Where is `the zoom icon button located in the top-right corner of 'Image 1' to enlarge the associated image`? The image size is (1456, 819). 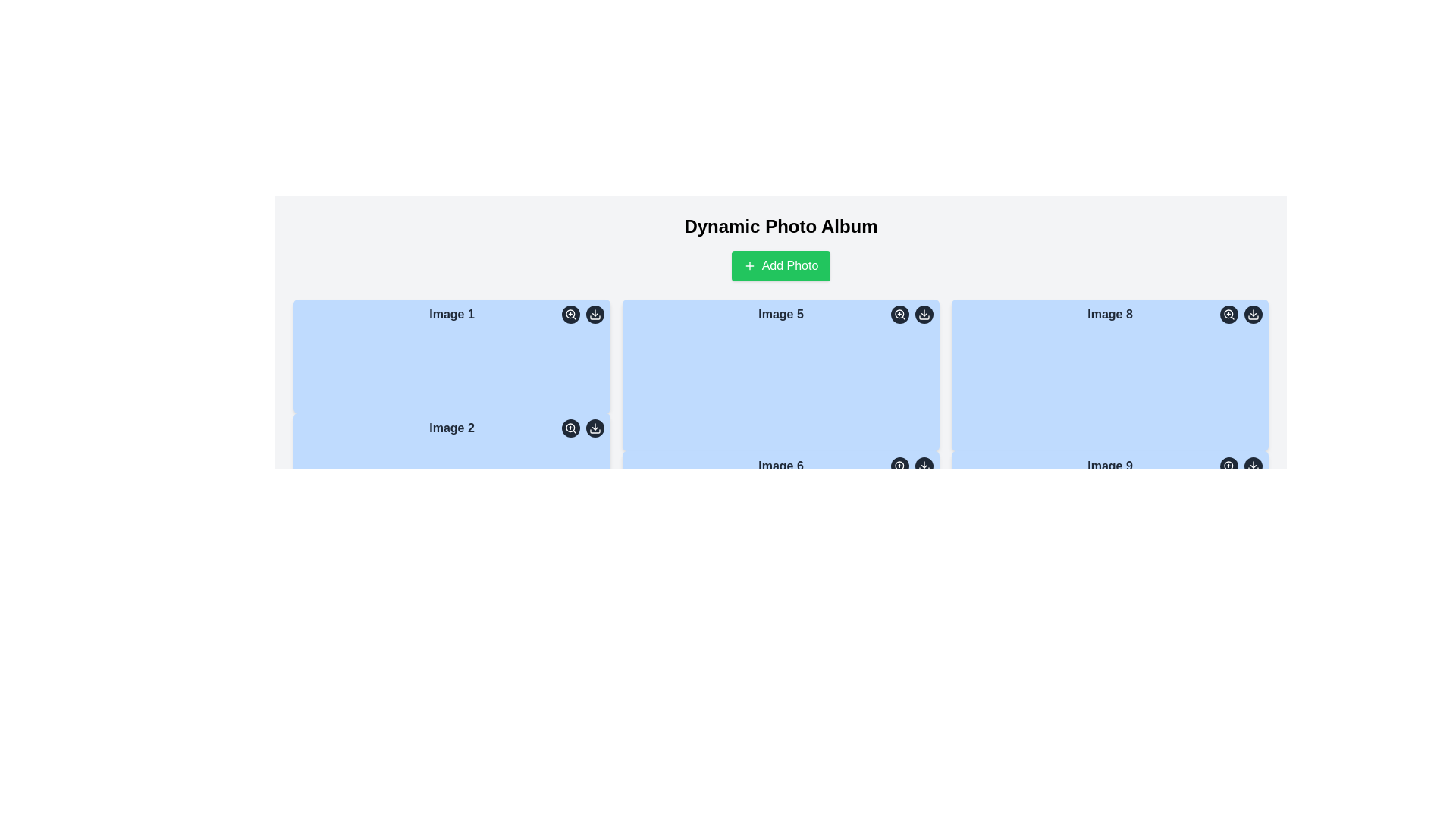 the zoom icon button located in the top-right corner of 'Image 1' to enlarge the associated image is located at coordinates (570, 314).